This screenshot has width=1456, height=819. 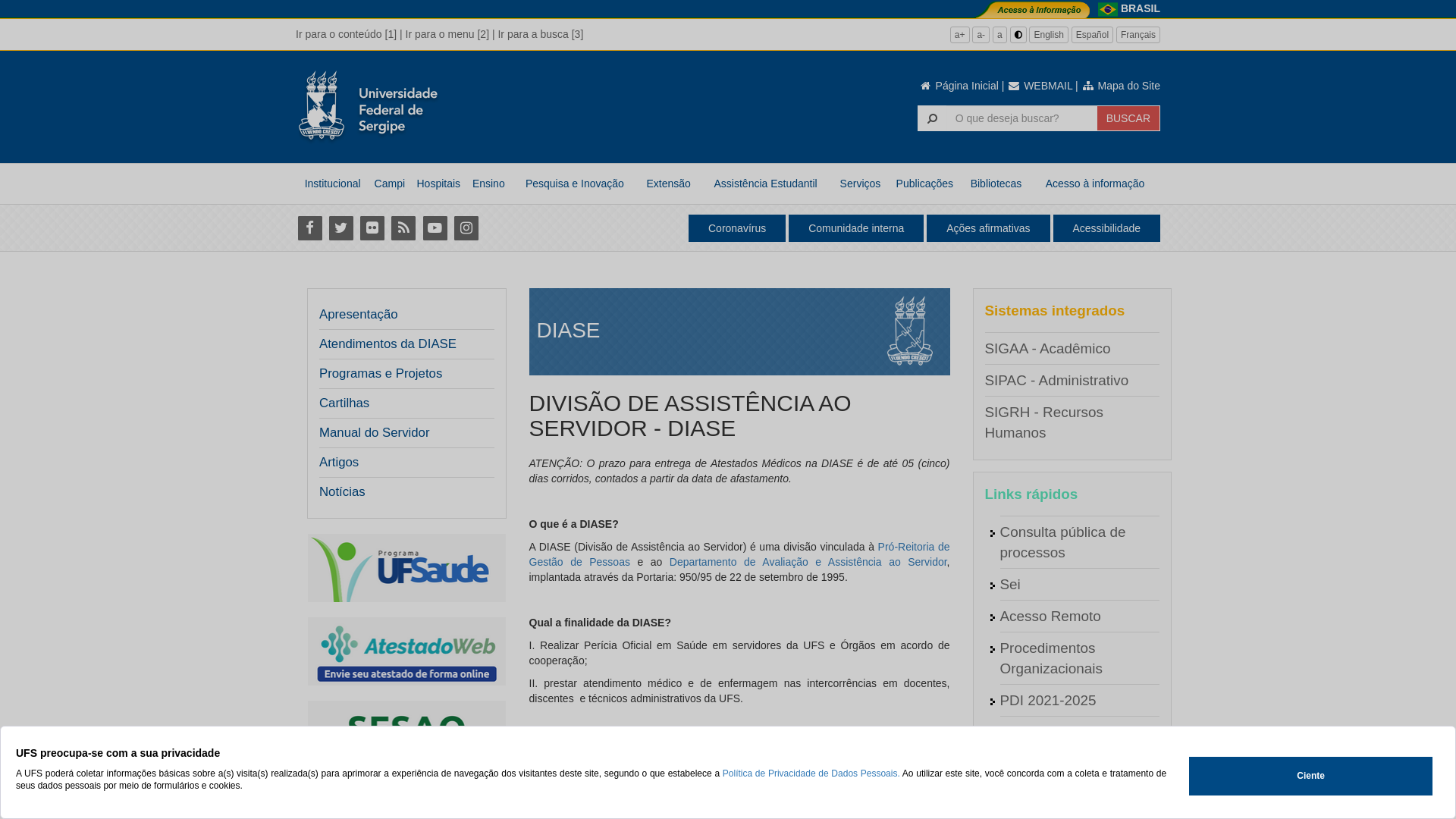 What do you see at coordinates (402, 374) in the screenshot?
I see `'Programas e Projetos'` at bounding box center [402, 374].